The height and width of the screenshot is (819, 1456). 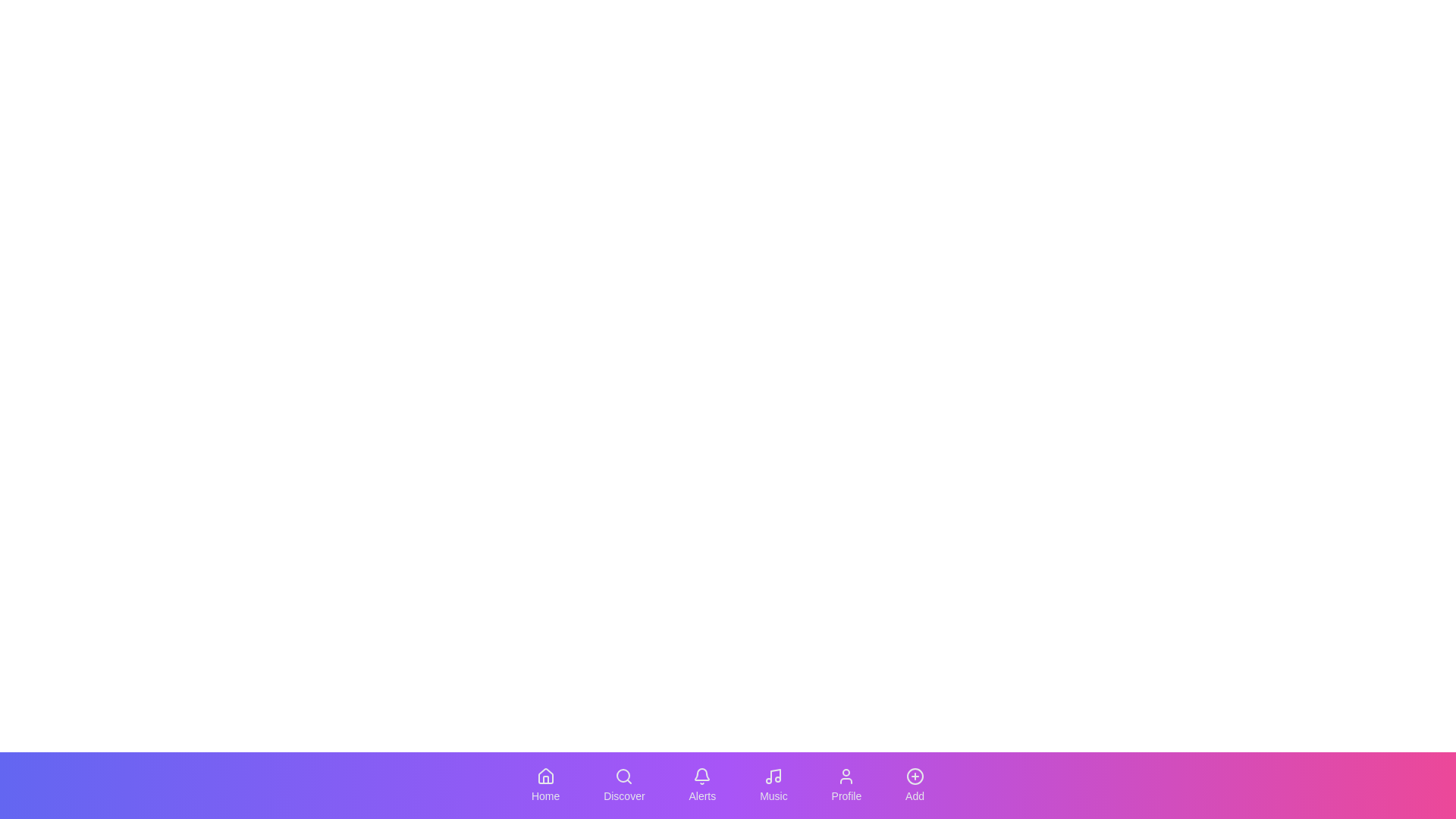 I want to click on the navigation button corresponding to Discover, so click(x=623, y=785).